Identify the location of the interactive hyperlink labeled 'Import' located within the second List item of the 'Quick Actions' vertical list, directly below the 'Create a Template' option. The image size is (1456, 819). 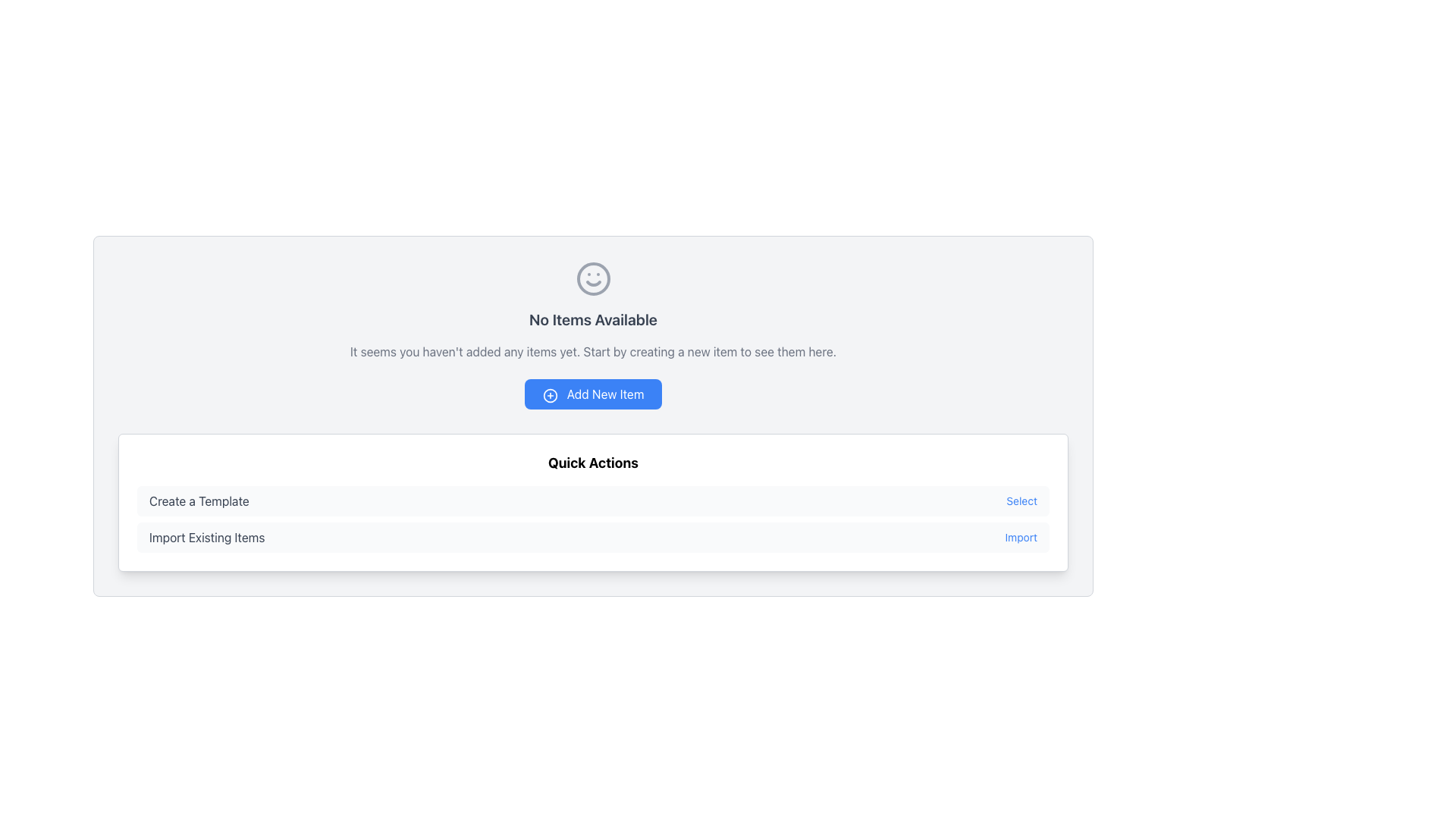
(592, 537).